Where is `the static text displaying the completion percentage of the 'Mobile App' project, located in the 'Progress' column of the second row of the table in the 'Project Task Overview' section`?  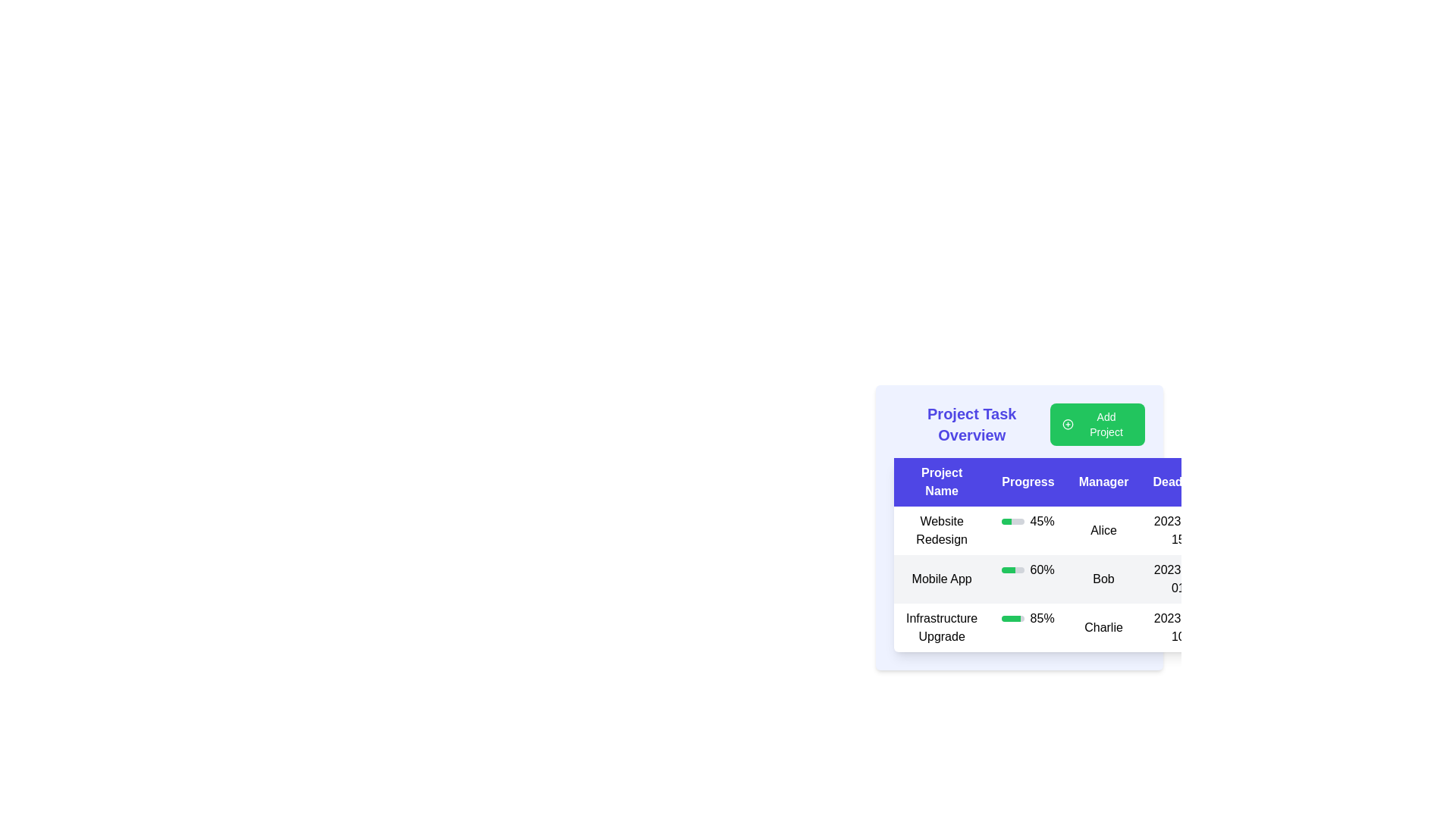 the static text displaying the completion percentage of the 'Mobile App' project, located in the 'Progress' column of the second row of the table in the 'Project Task Overview' section is located at coordinates (1041, 570).